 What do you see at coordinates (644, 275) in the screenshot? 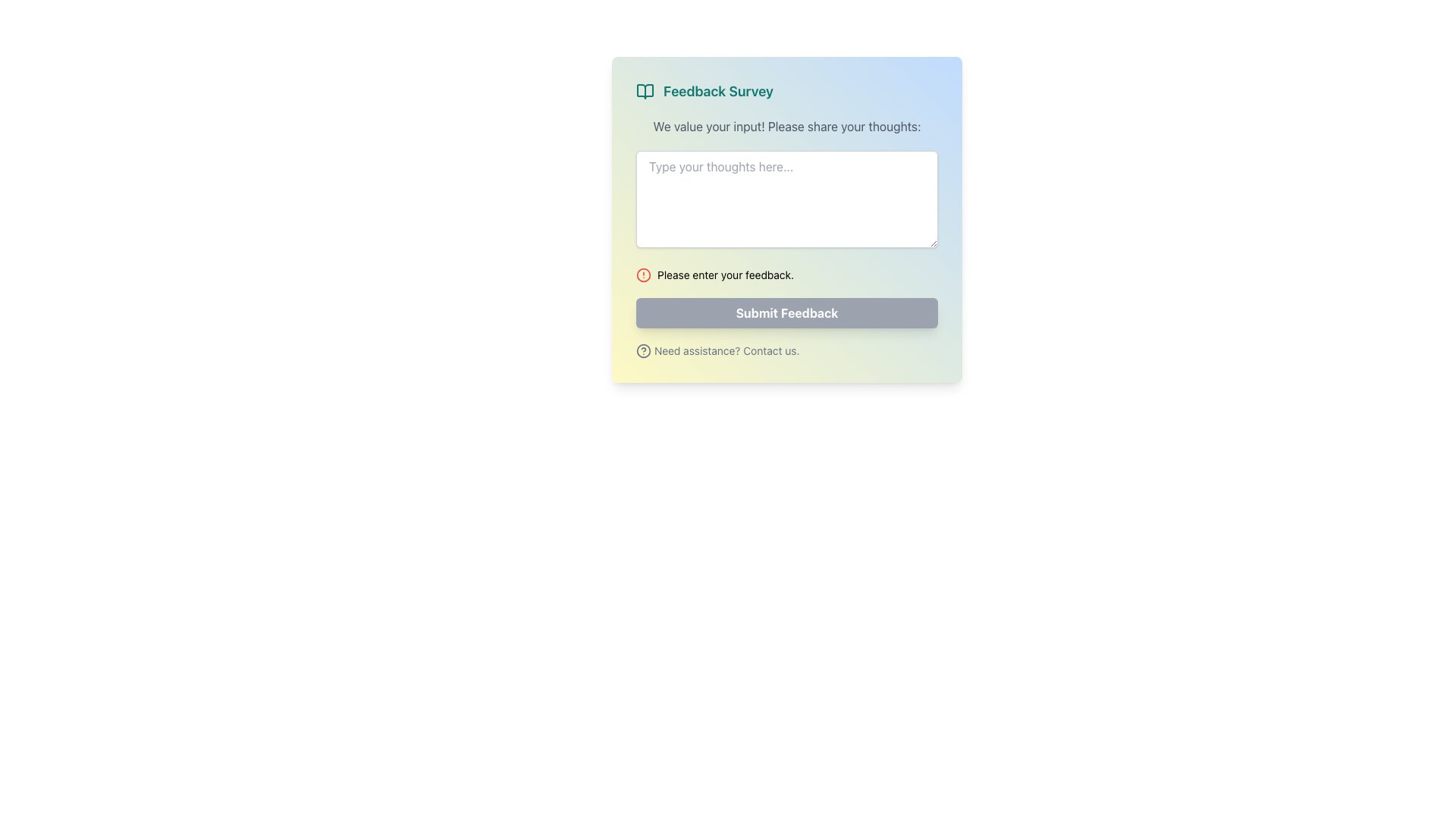
I see `the decorative circular SVG shape that is part of the warning icon in the feedback survey form, located under the text input box` at bounding box center [644, 275].